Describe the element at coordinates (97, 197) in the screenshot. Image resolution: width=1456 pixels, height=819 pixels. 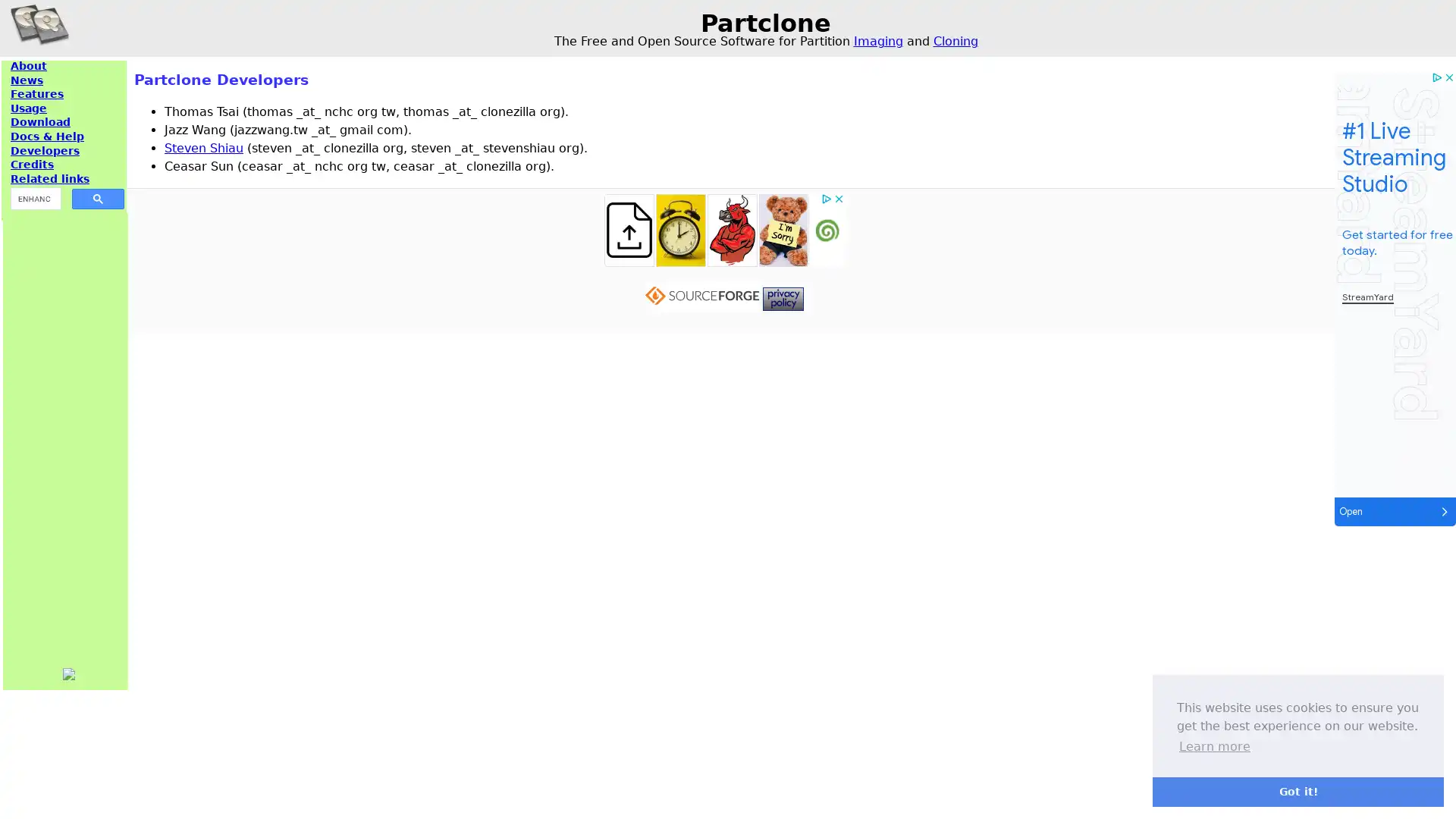
I see `search` at that location.